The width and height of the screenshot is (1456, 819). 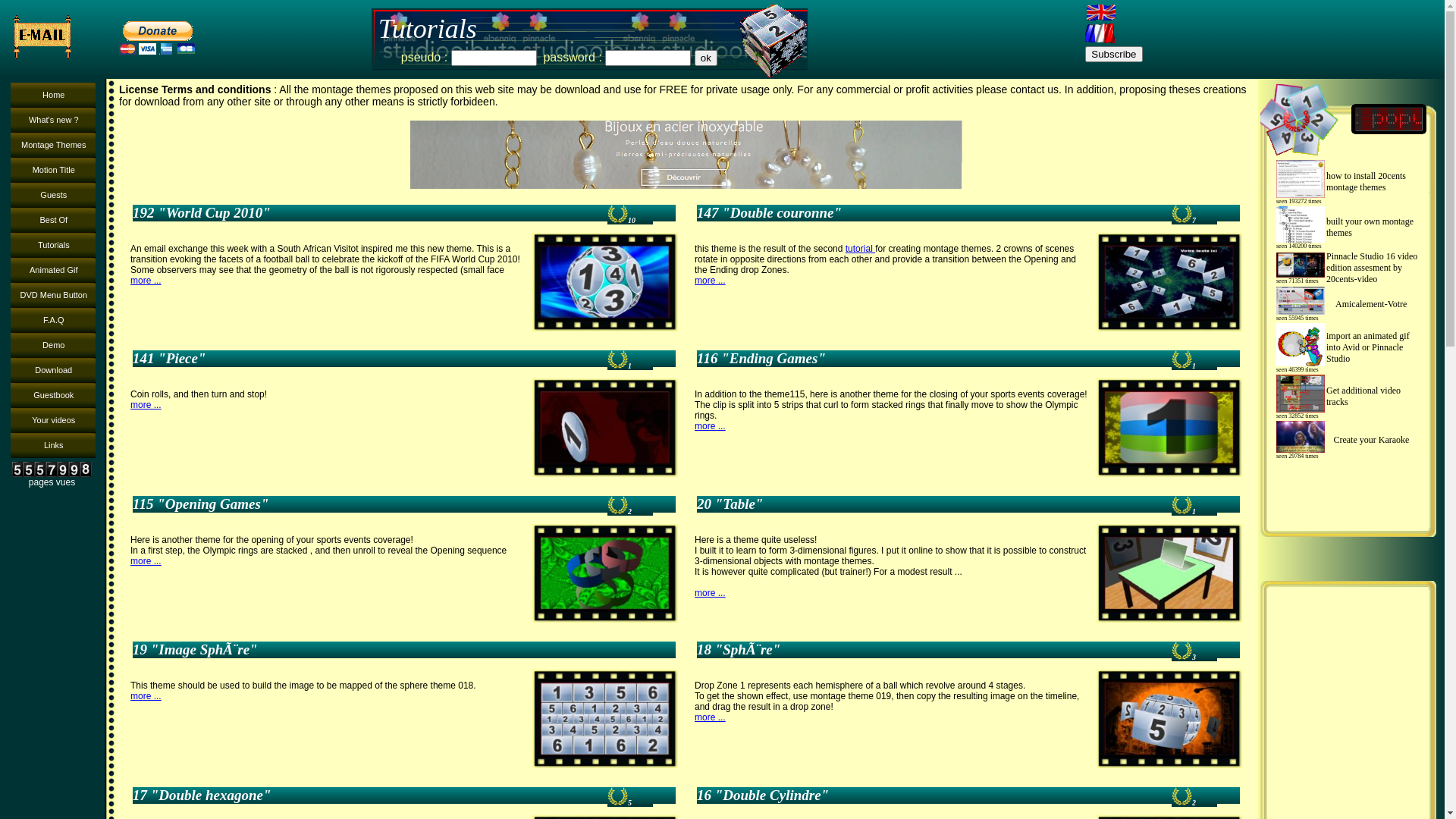 I want to click on 'Demo', so click(x=53, y=345).